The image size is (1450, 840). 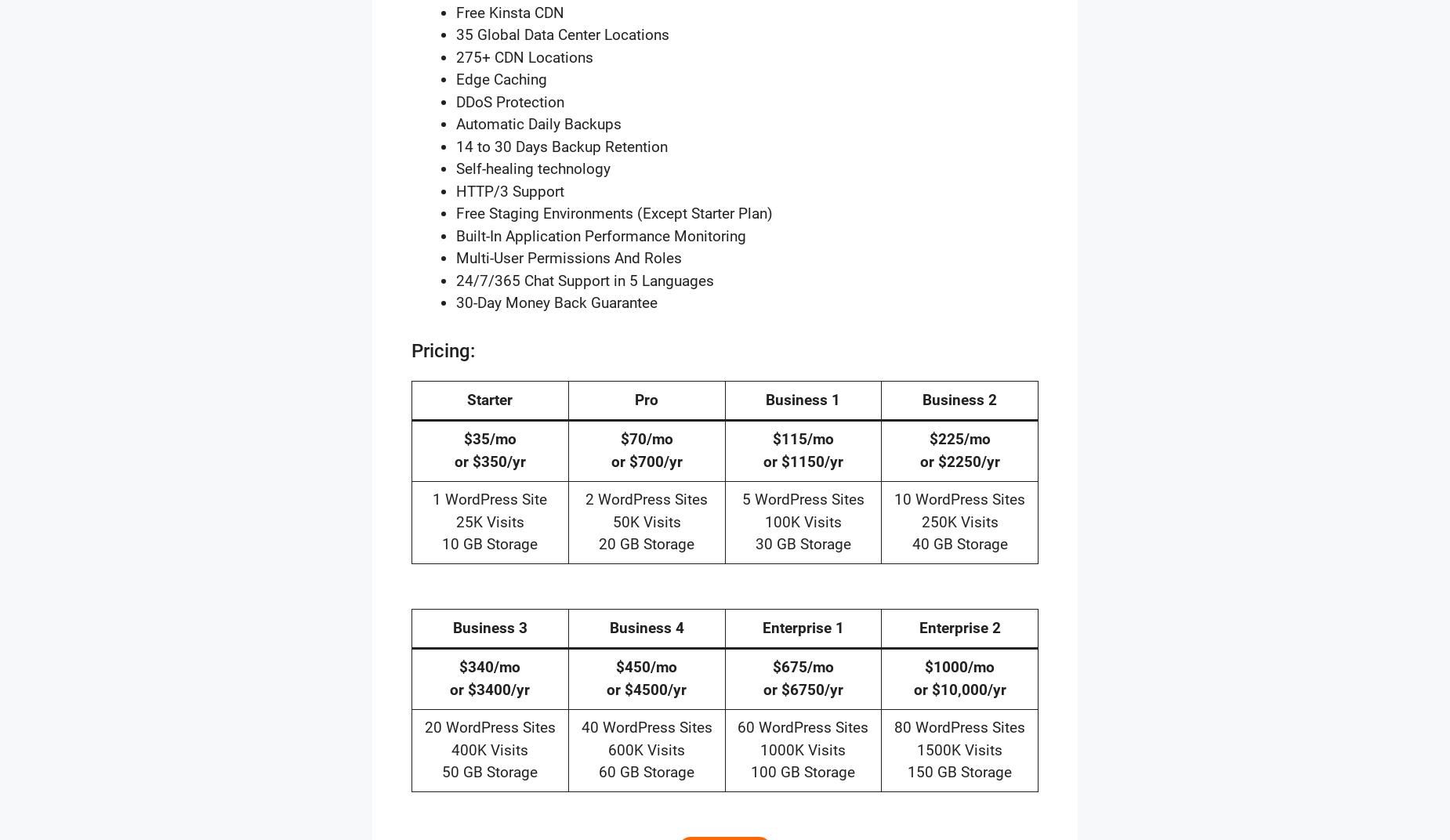 What do you see at coordinates (585, 280) in the screenshot?
I see `'24/7/365 Chat Support in 5 Languages'` at bounding box center [585, 280].